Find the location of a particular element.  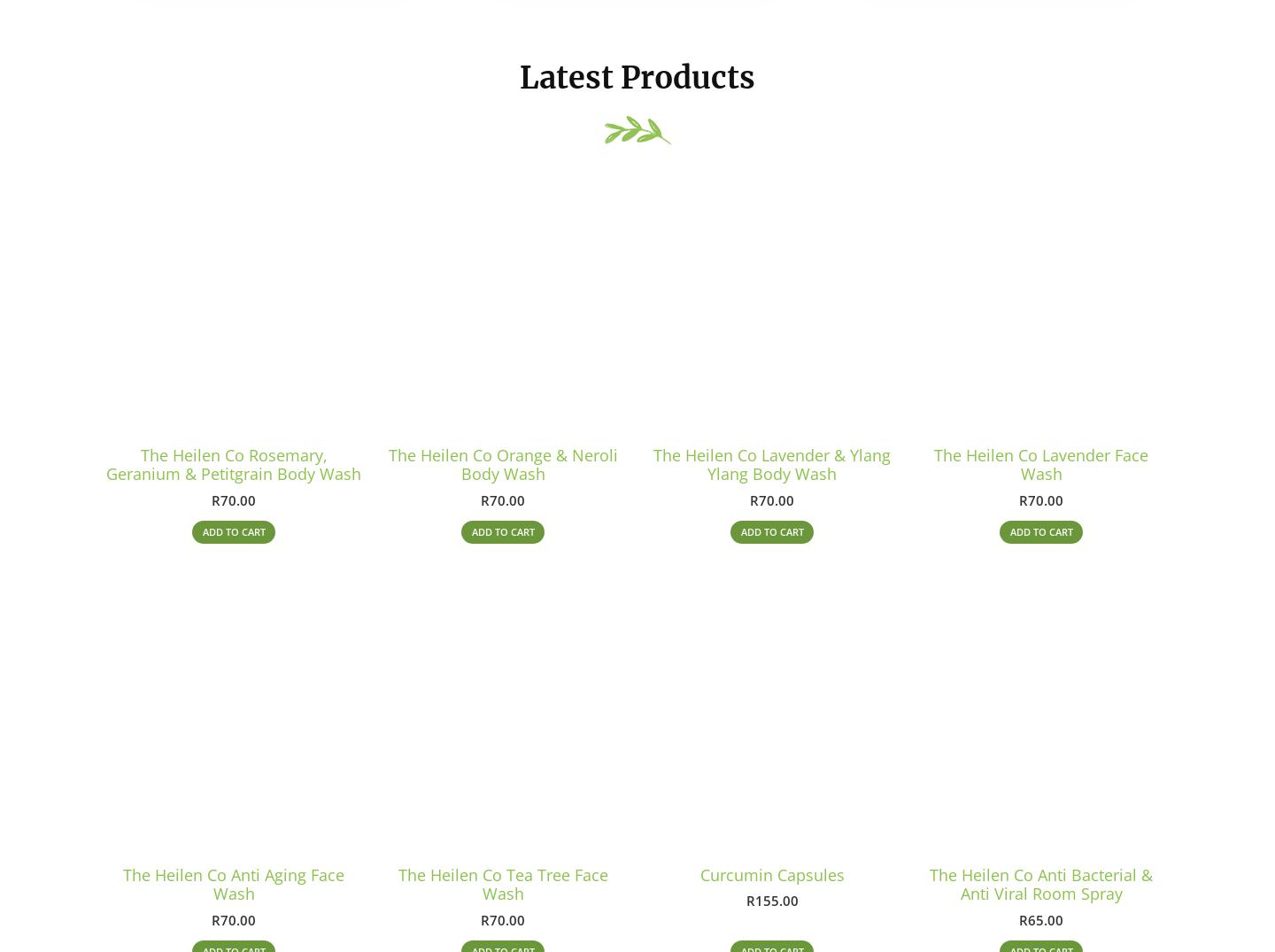

'The Heilen Co Tea Tree Face Wash' is located at coordinates (502, 892).